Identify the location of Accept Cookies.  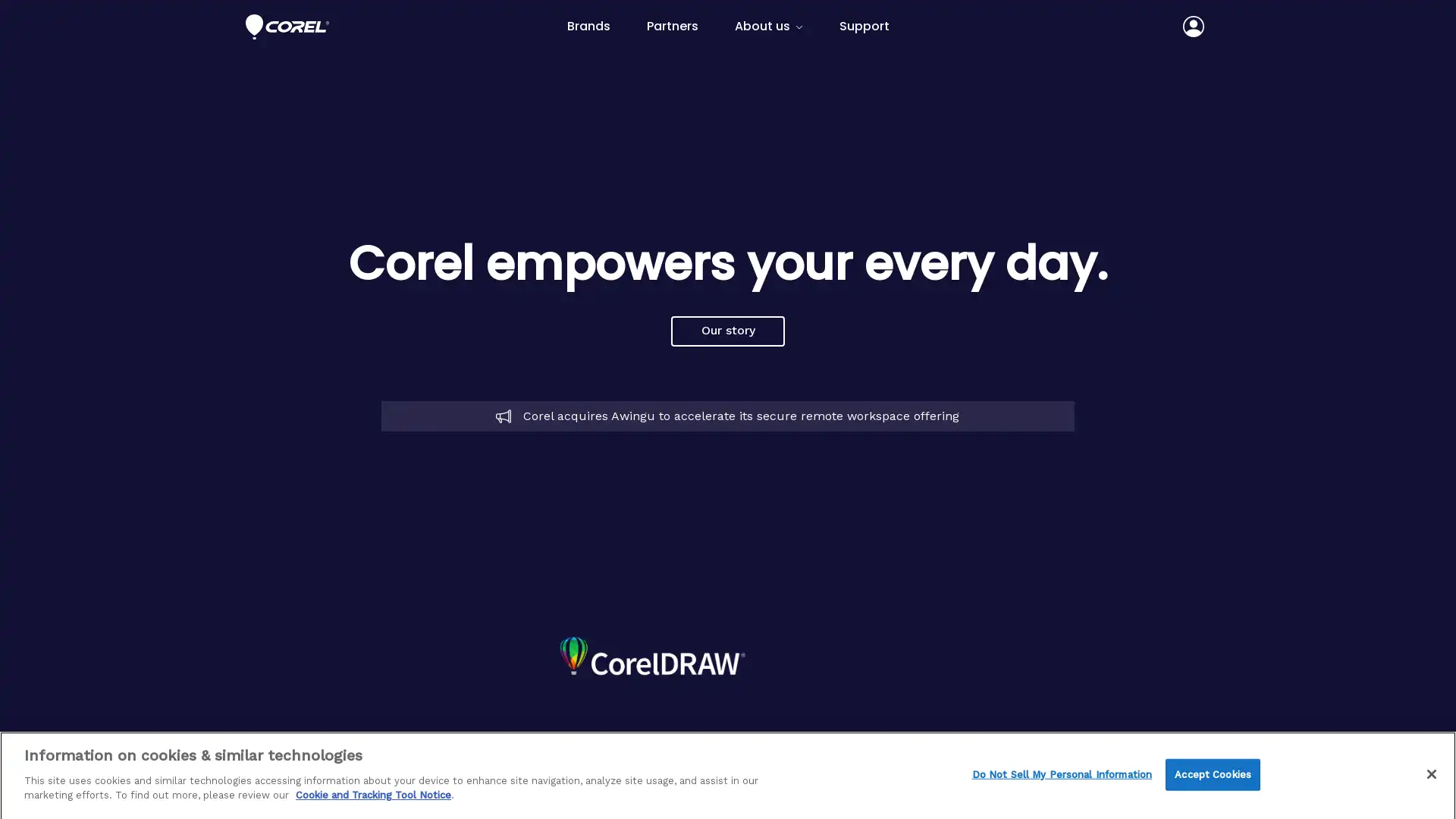
(1212, 773).